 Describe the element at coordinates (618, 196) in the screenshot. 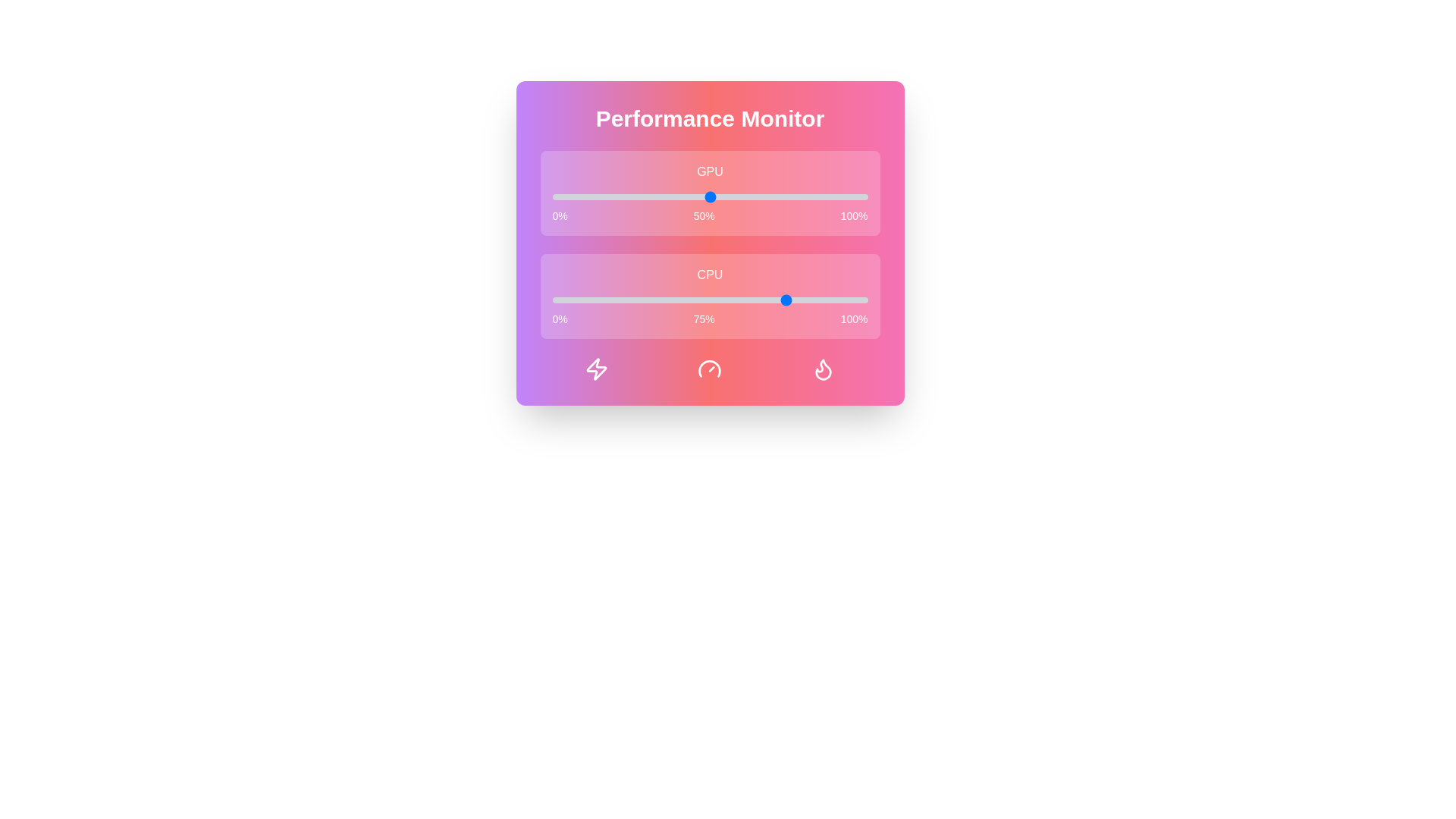

I see `the GPU performance slider to 21%` at that location.